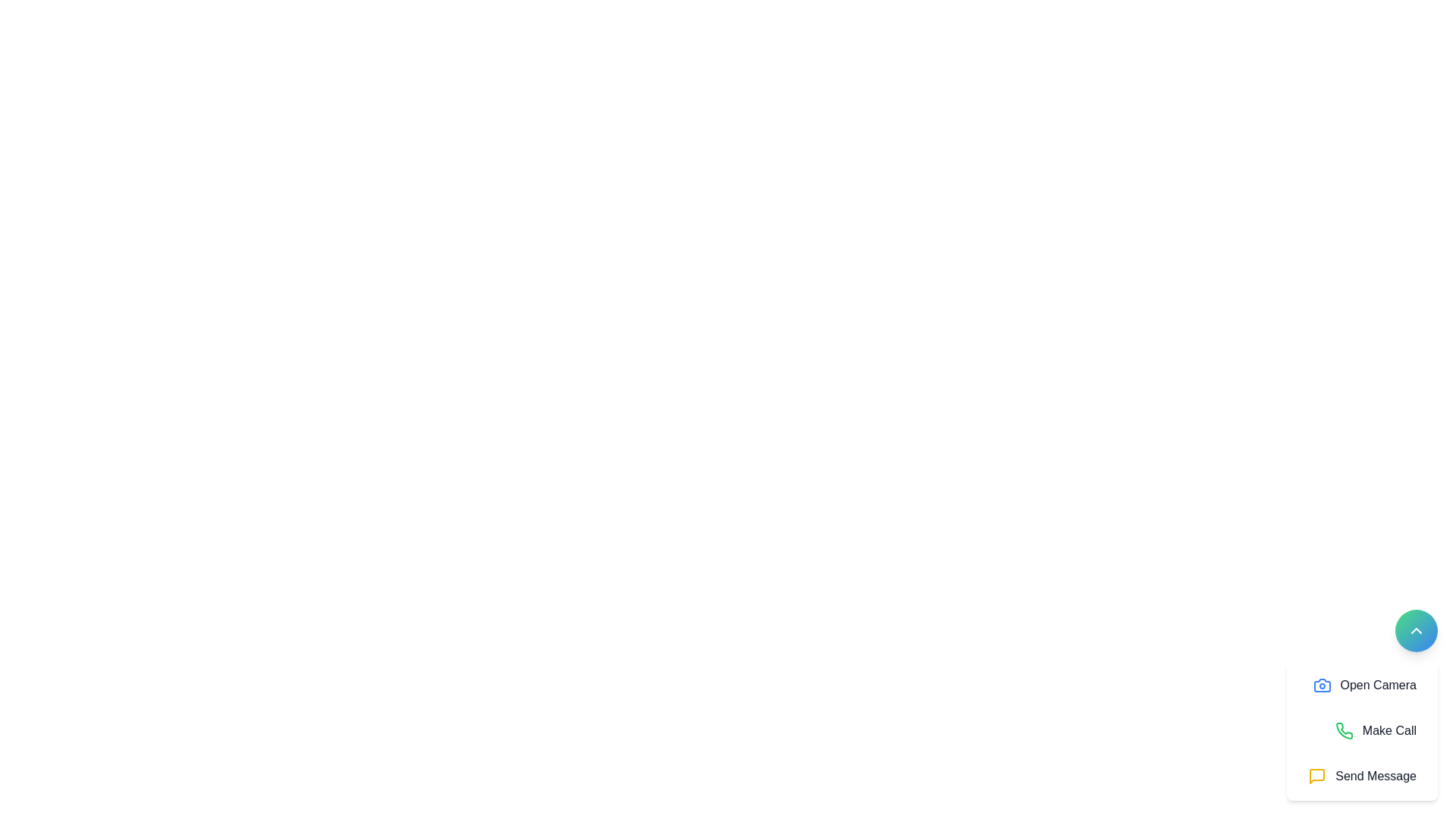 The height and width of the screenshot is (819, 1456). Describe the element at coordinates (1344, 730) in the screenshot. I see `the 'Make Call' icon` at that location.